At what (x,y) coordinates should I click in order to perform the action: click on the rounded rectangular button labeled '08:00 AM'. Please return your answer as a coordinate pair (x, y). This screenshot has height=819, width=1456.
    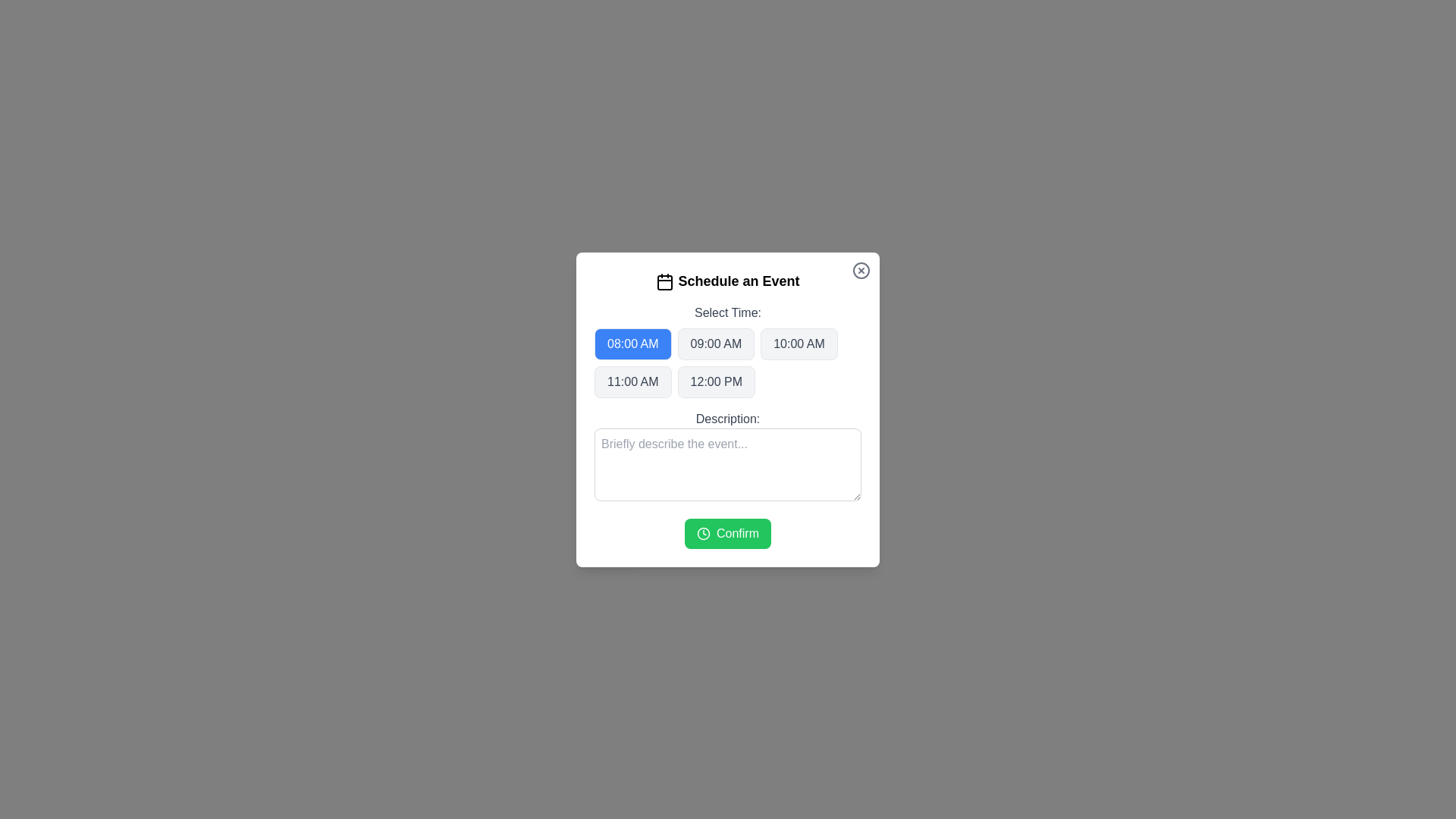
    Looking at the image, I should click on (632, 344).